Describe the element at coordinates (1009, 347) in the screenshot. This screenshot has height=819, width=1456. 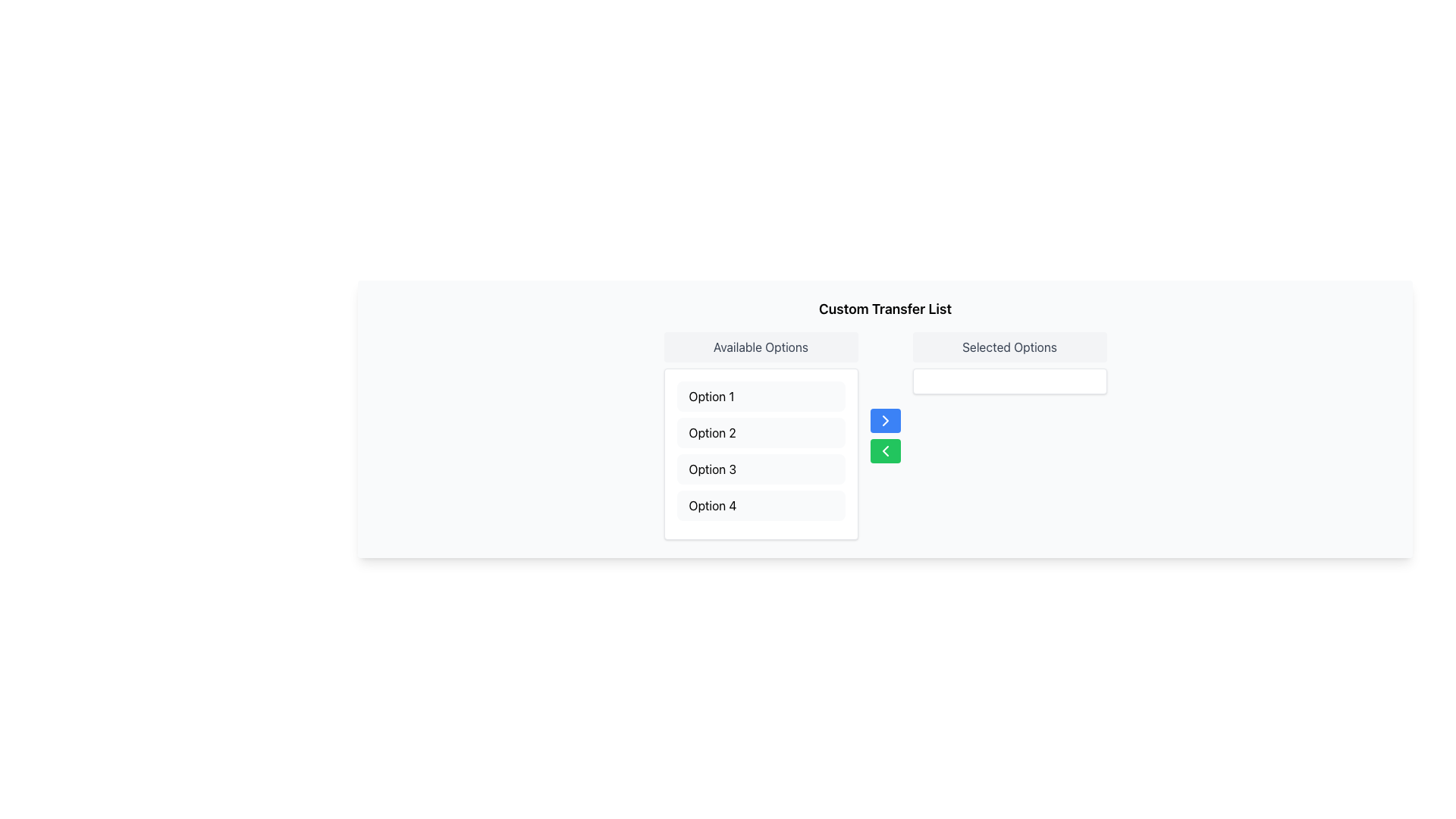
I see `the 'Selected Options' text label located in the upper part of the right section of the interface` at that location.